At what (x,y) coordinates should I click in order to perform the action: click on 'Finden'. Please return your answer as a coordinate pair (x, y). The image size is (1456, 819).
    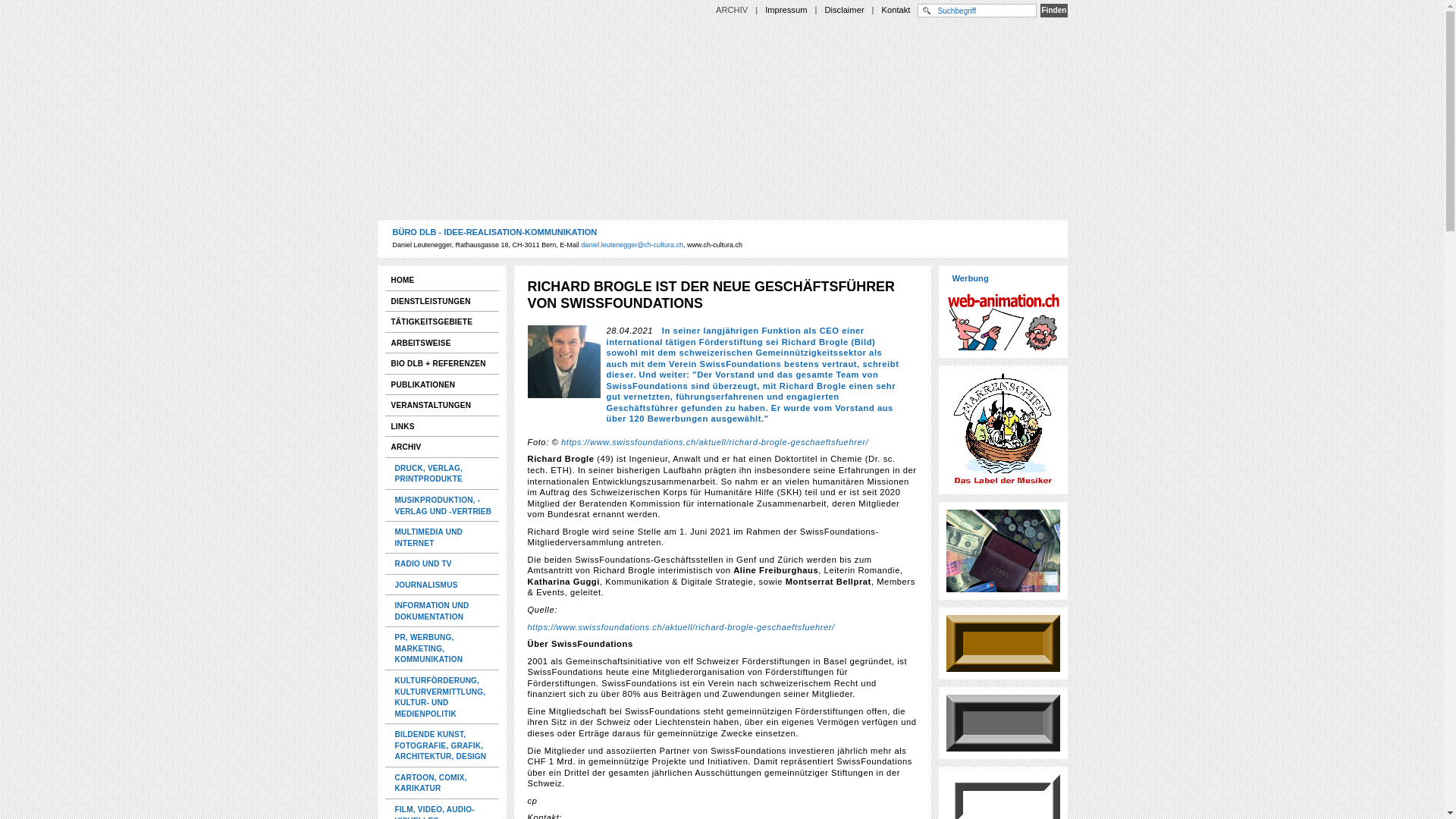
    Looking at the image, I should click on (1040, 11).